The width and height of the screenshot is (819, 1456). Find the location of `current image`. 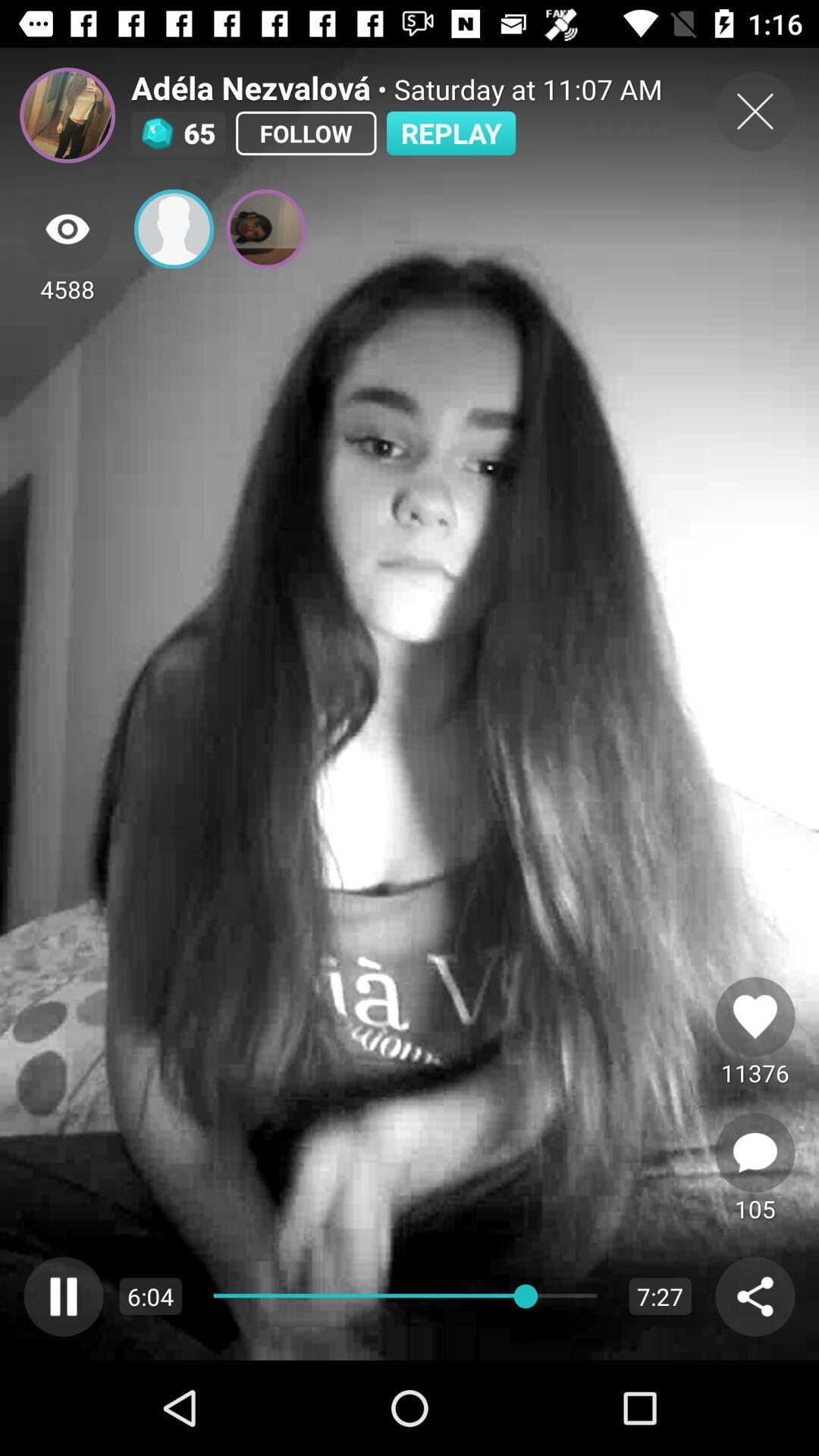

current image is located at coordinates (755, 111).